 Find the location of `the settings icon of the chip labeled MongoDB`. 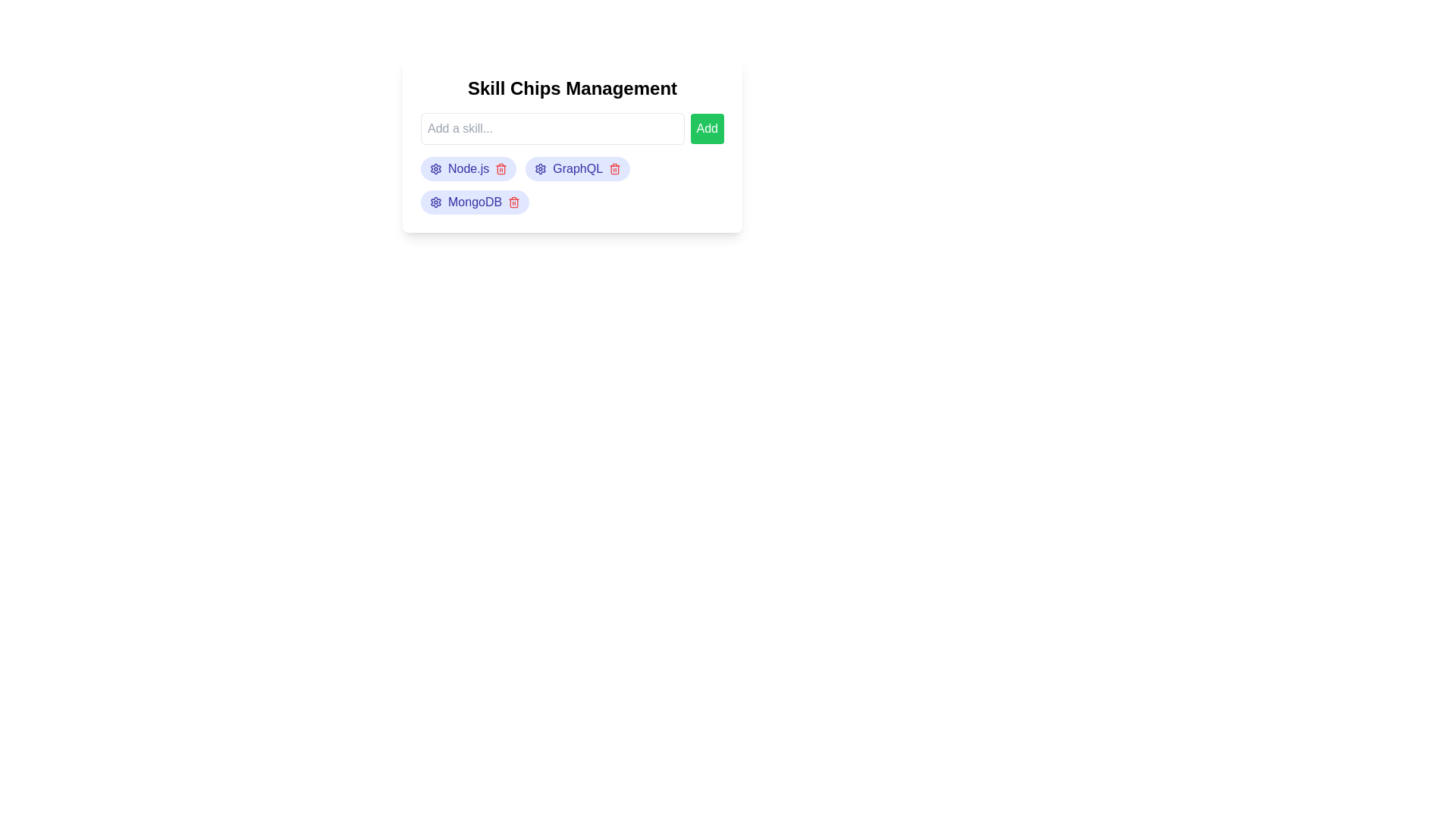

the settings icon of the chip labeled MongoDB is located at coordinates (435, 201).